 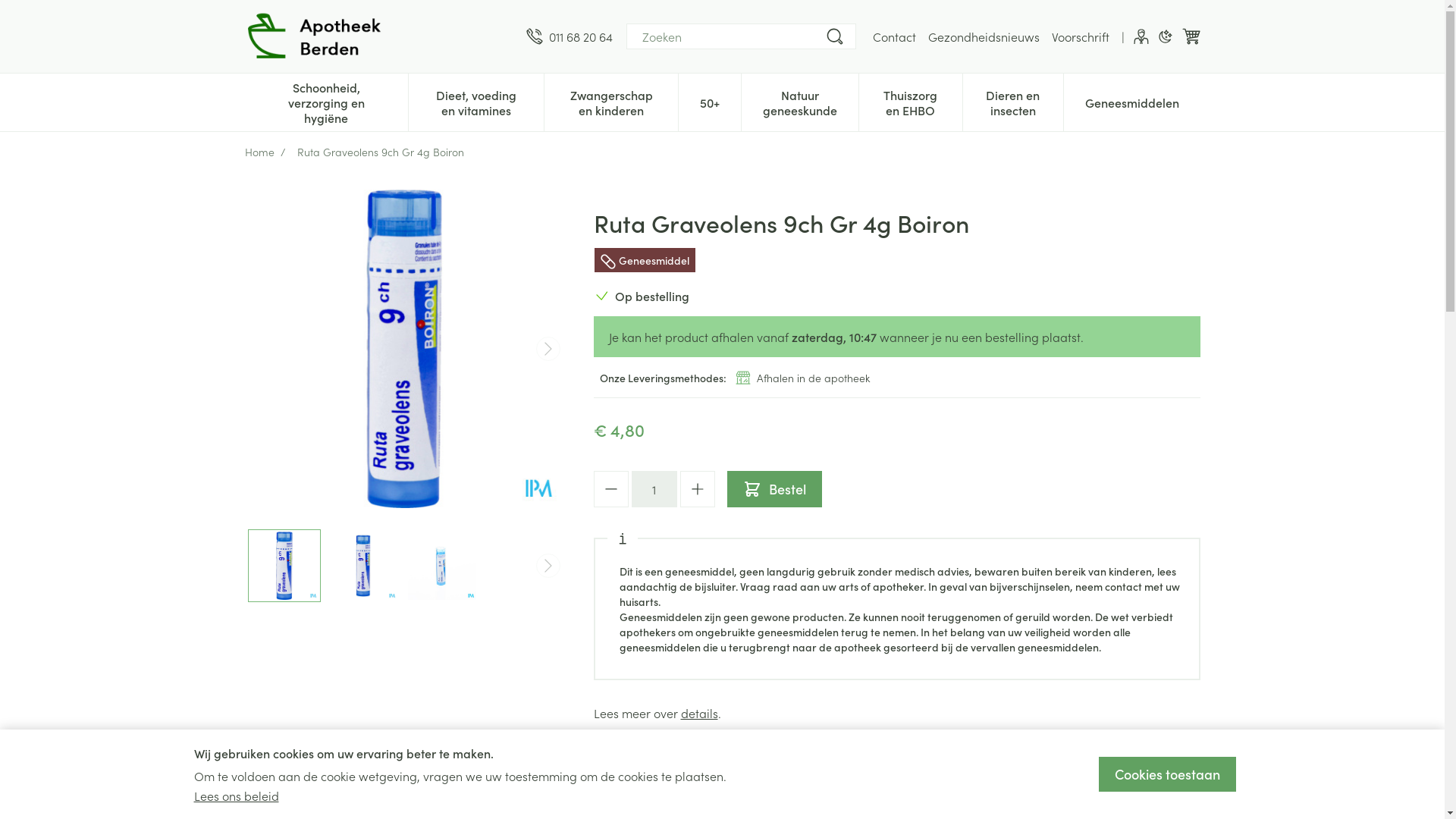 I want to click on '011 68 20 64', so click(x=568, y=35).